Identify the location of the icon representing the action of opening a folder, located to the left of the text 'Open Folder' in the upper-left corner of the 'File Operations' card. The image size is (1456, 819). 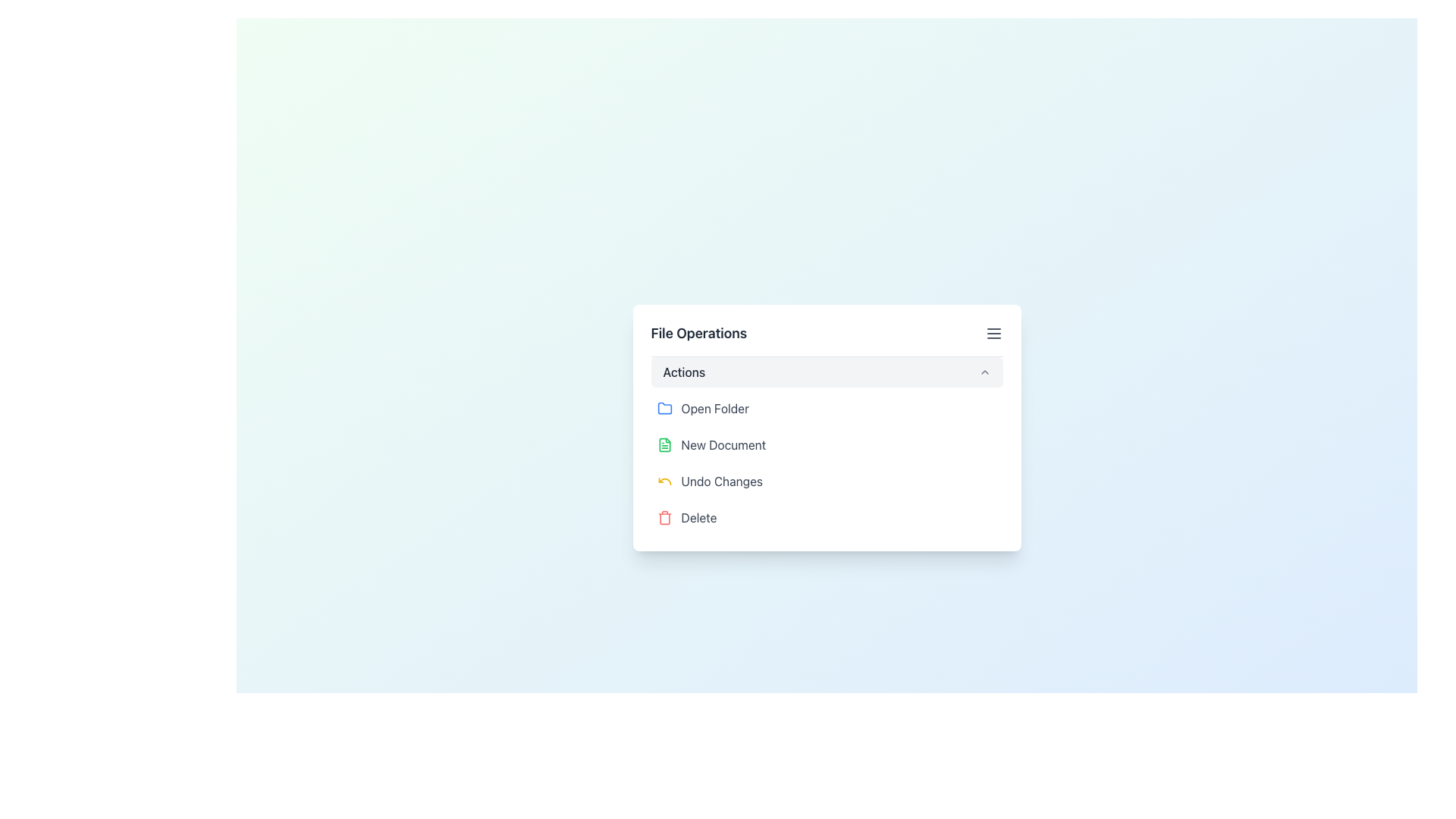
(664, 407).